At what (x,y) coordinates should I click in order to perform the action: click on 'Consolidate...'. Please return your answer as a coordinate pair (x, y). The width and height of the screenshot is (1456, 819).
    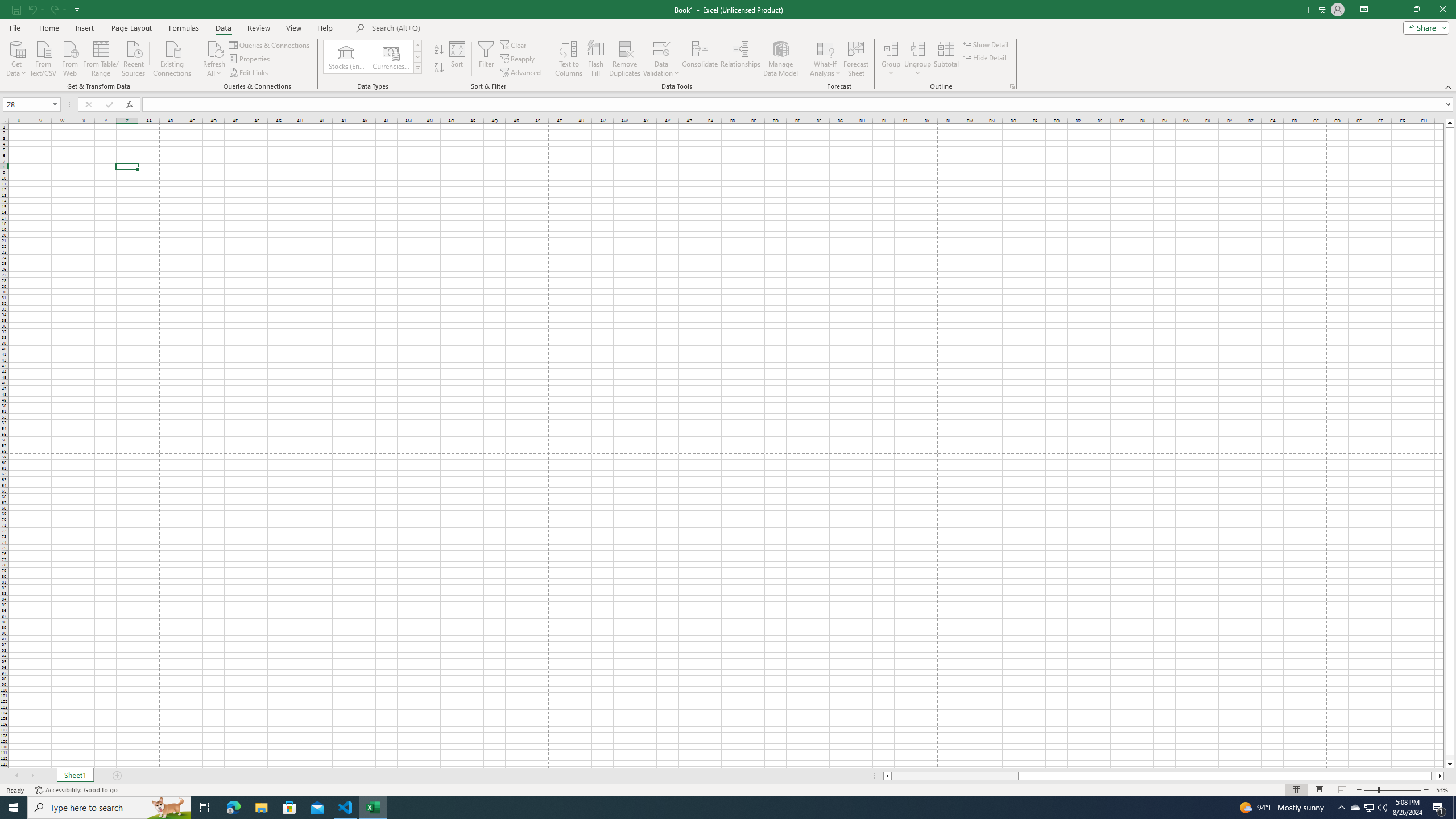
    Looking at the image, I should click on (700, 59).